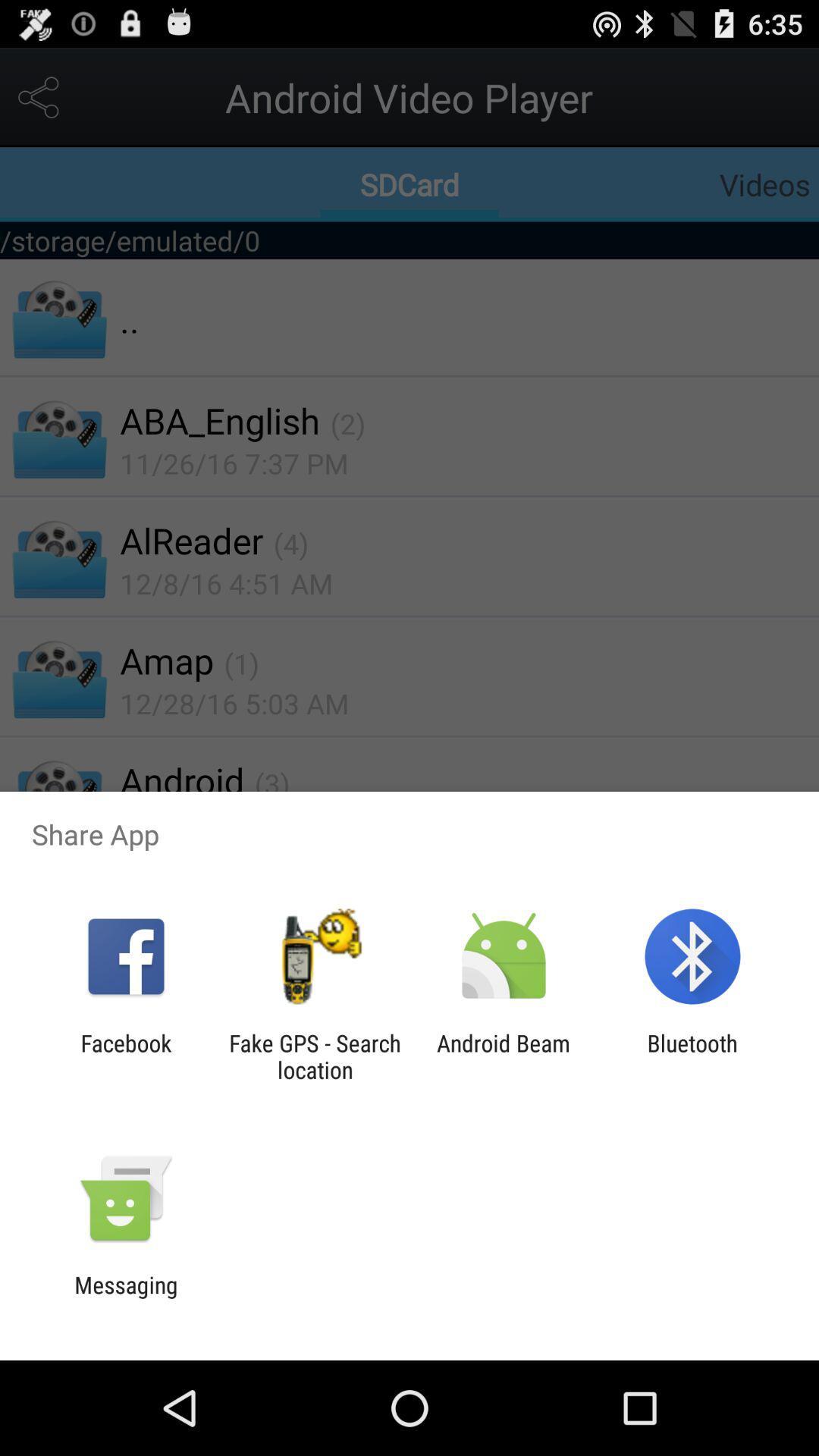 The image size is (819, 1456). Describe the element at coordinates (692, 1056) in the screenshot. I see `the app next to android beam app` at that location.